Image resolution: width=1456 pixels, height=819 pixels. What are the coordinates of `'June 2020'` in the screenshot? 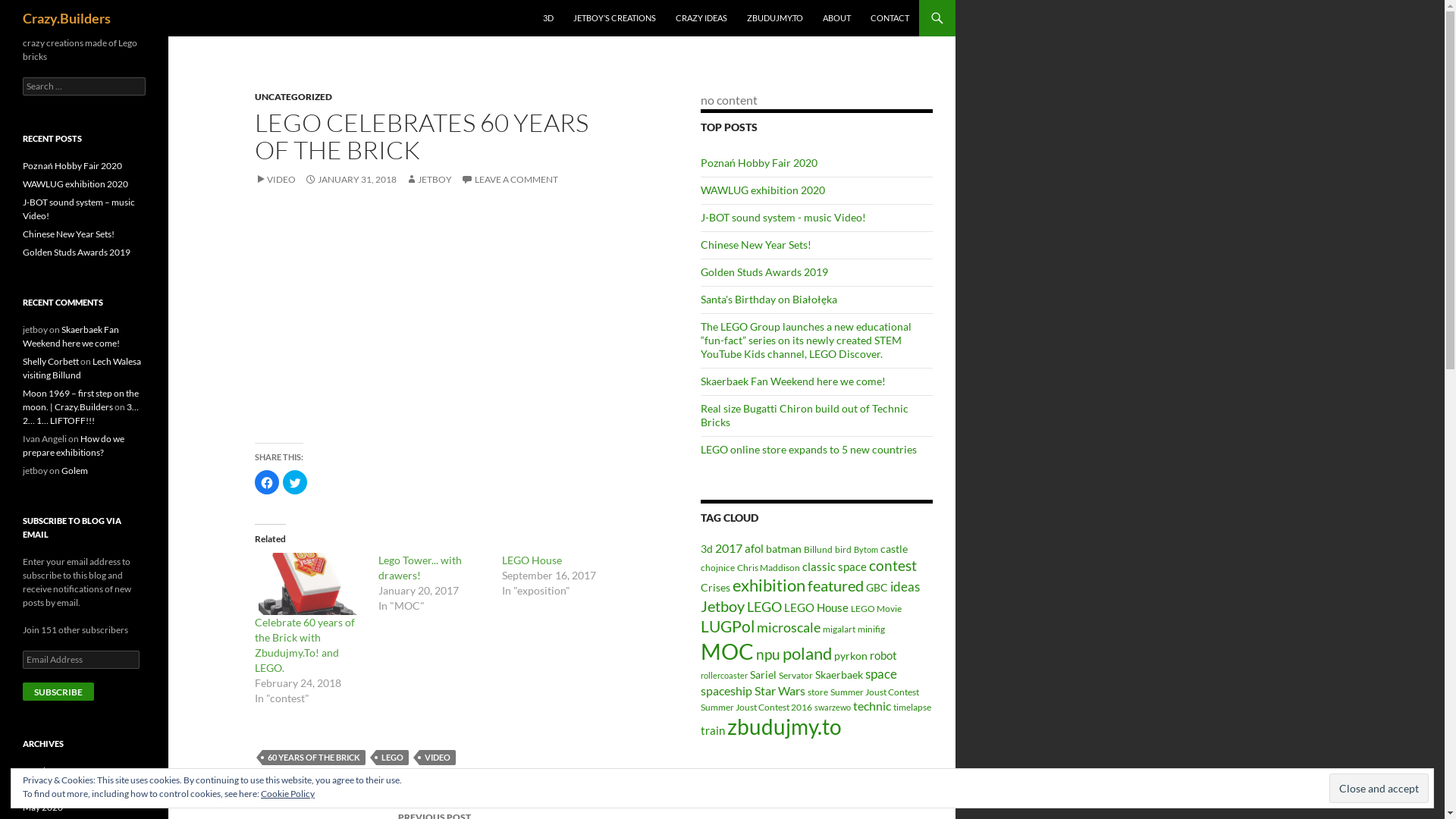 It's located at (43, 788).